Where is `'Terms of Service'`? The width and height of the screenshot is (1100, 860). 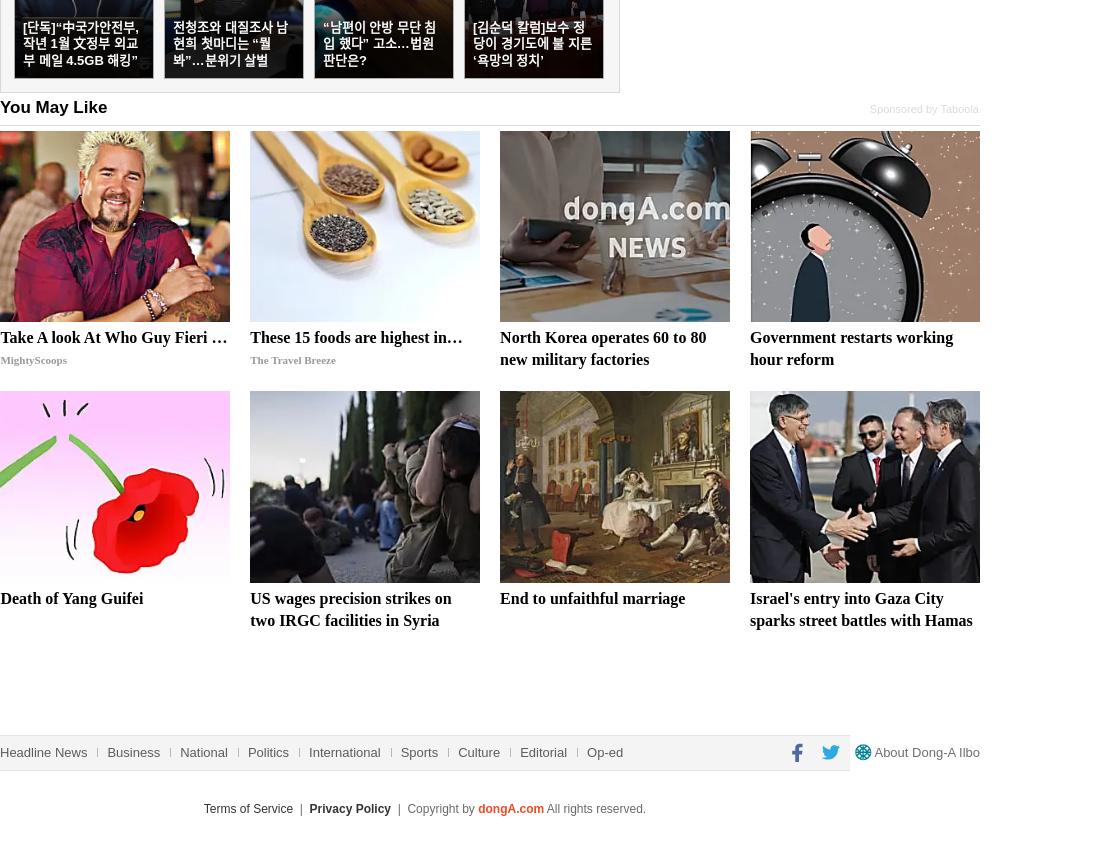
'Terms of Service' is located at coordinates (248, 806).